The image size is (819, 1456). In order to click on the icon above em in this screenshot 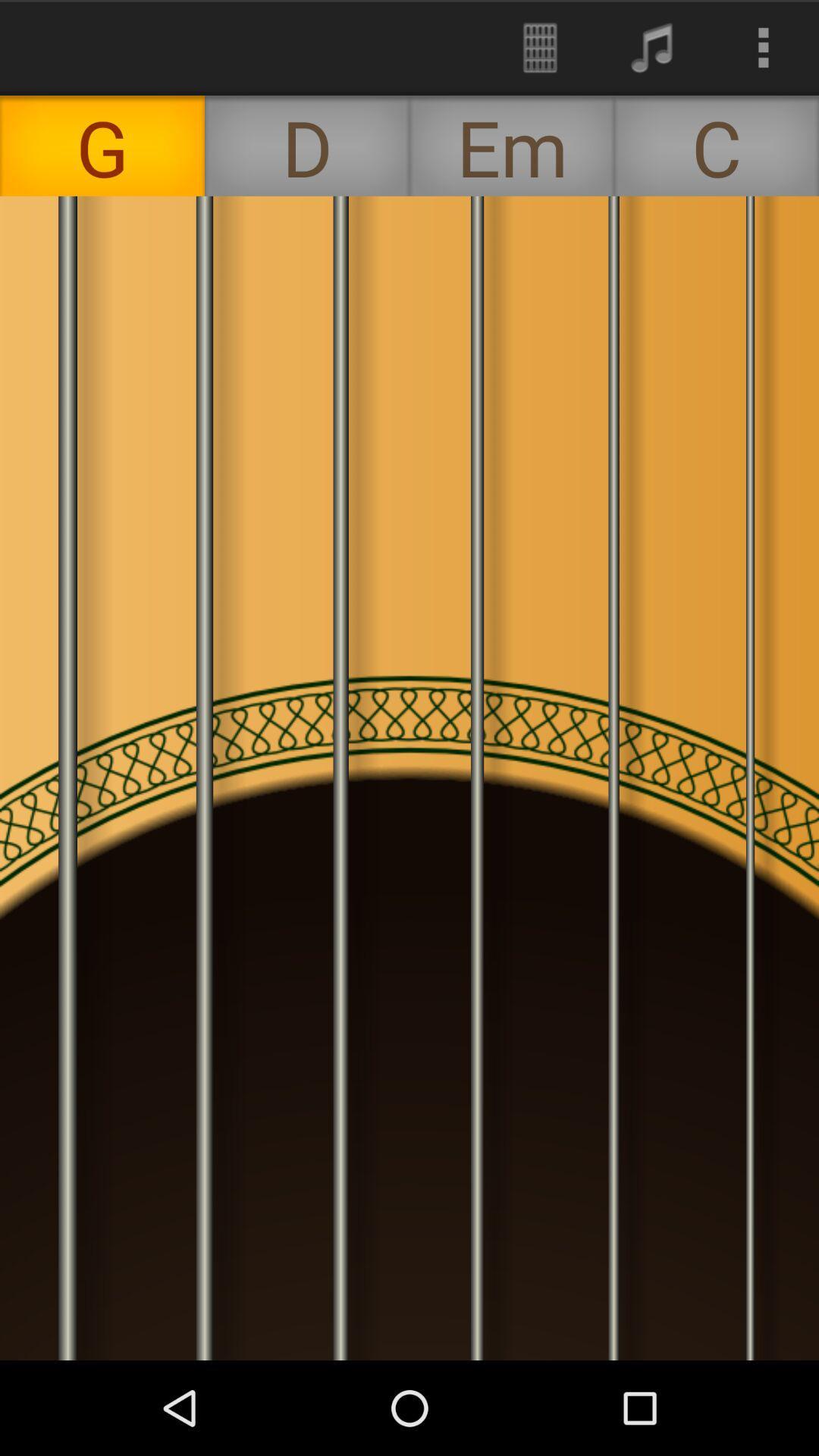, I will do `click(651, 47)`.